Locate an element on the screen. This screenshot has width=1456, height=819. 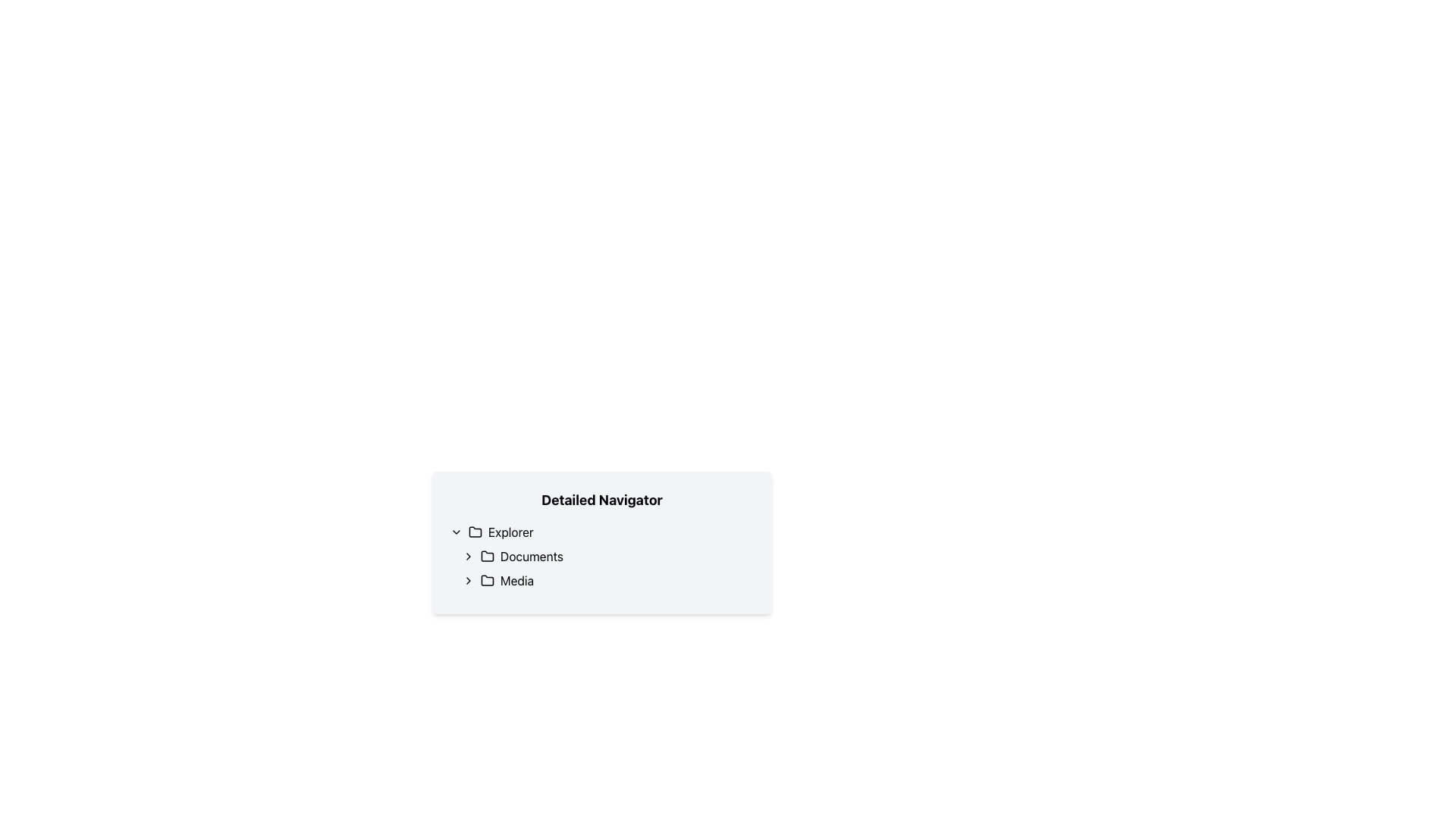
the 'Media' text label is located at coordinates (516, 580).